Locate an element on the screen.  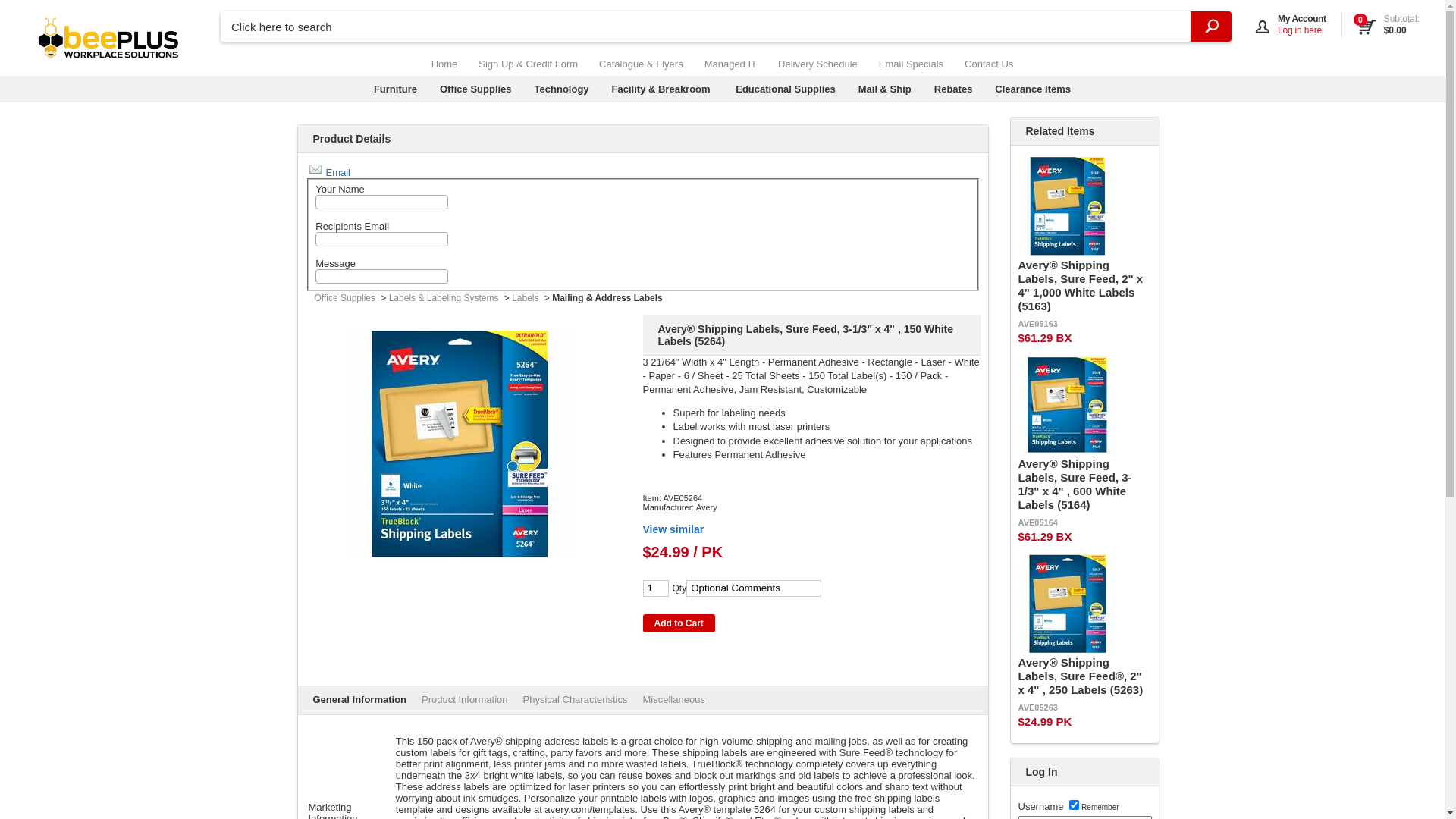
'Delivery Schedule' is located at coordinates (817, 63).